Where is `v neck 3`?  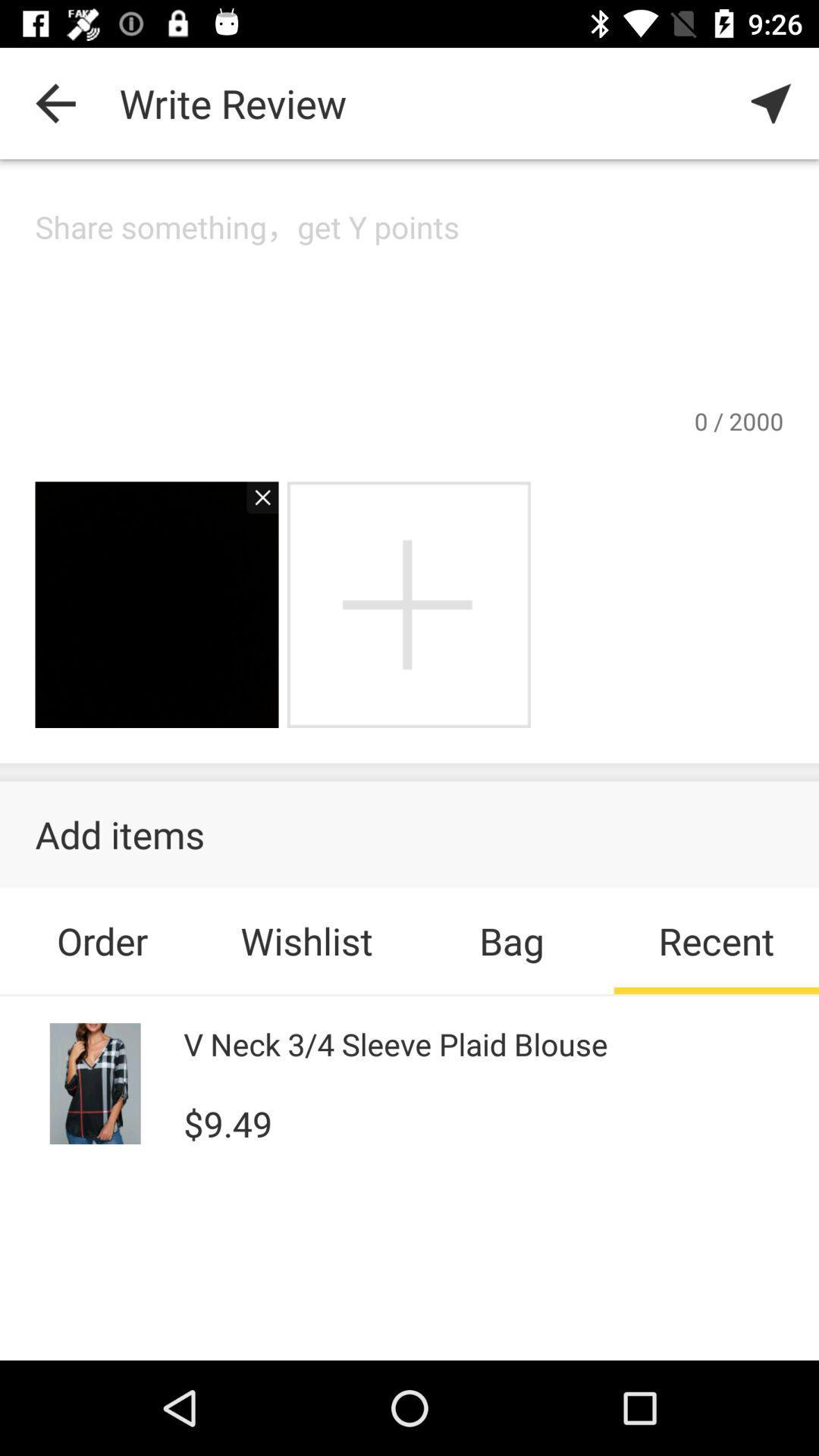
v neck 3 is located at coordinates (394, 1043).